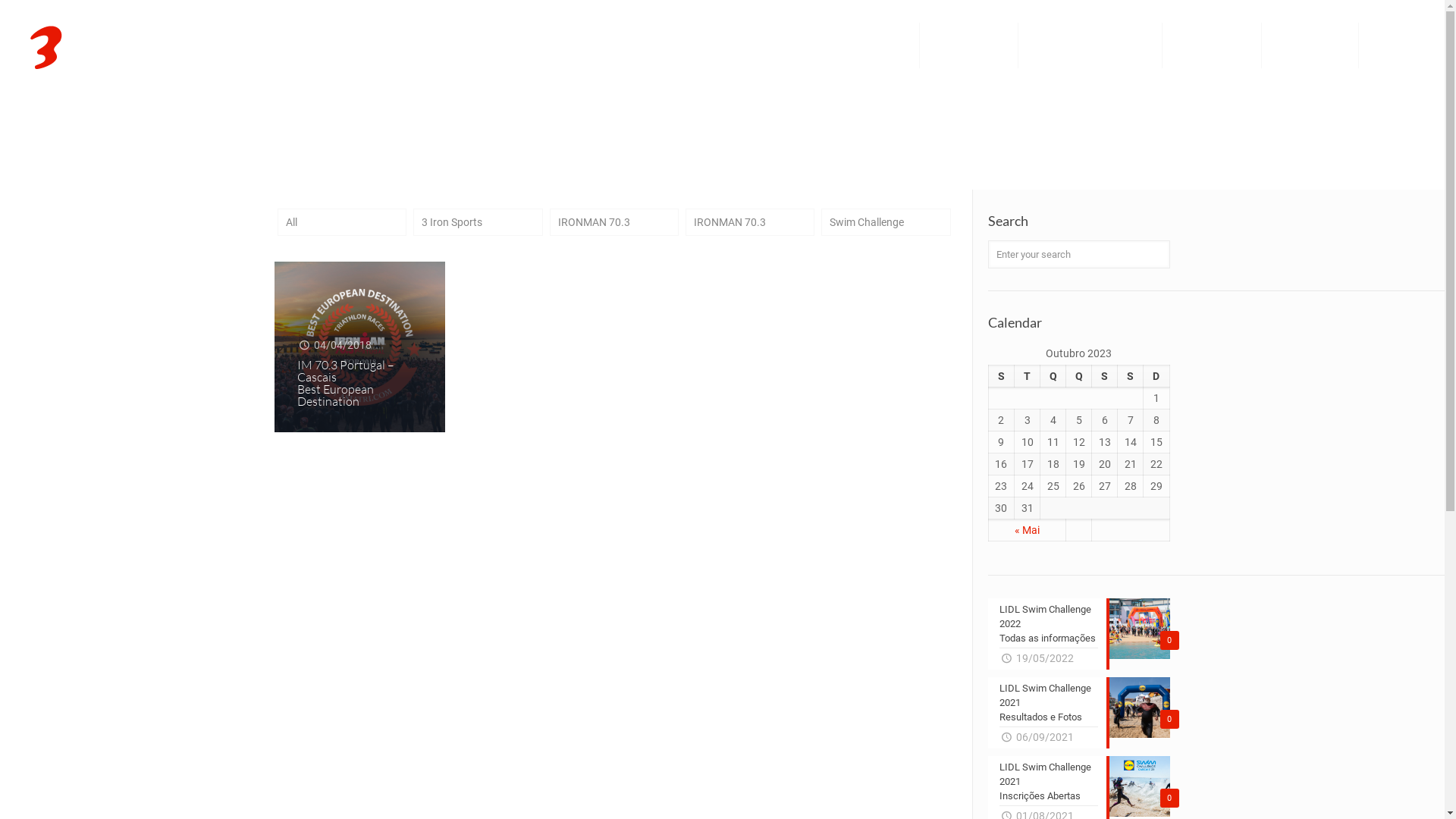 The image size is (1456, 819). I want to click on '3 Iron Sports', so click(124, 45).